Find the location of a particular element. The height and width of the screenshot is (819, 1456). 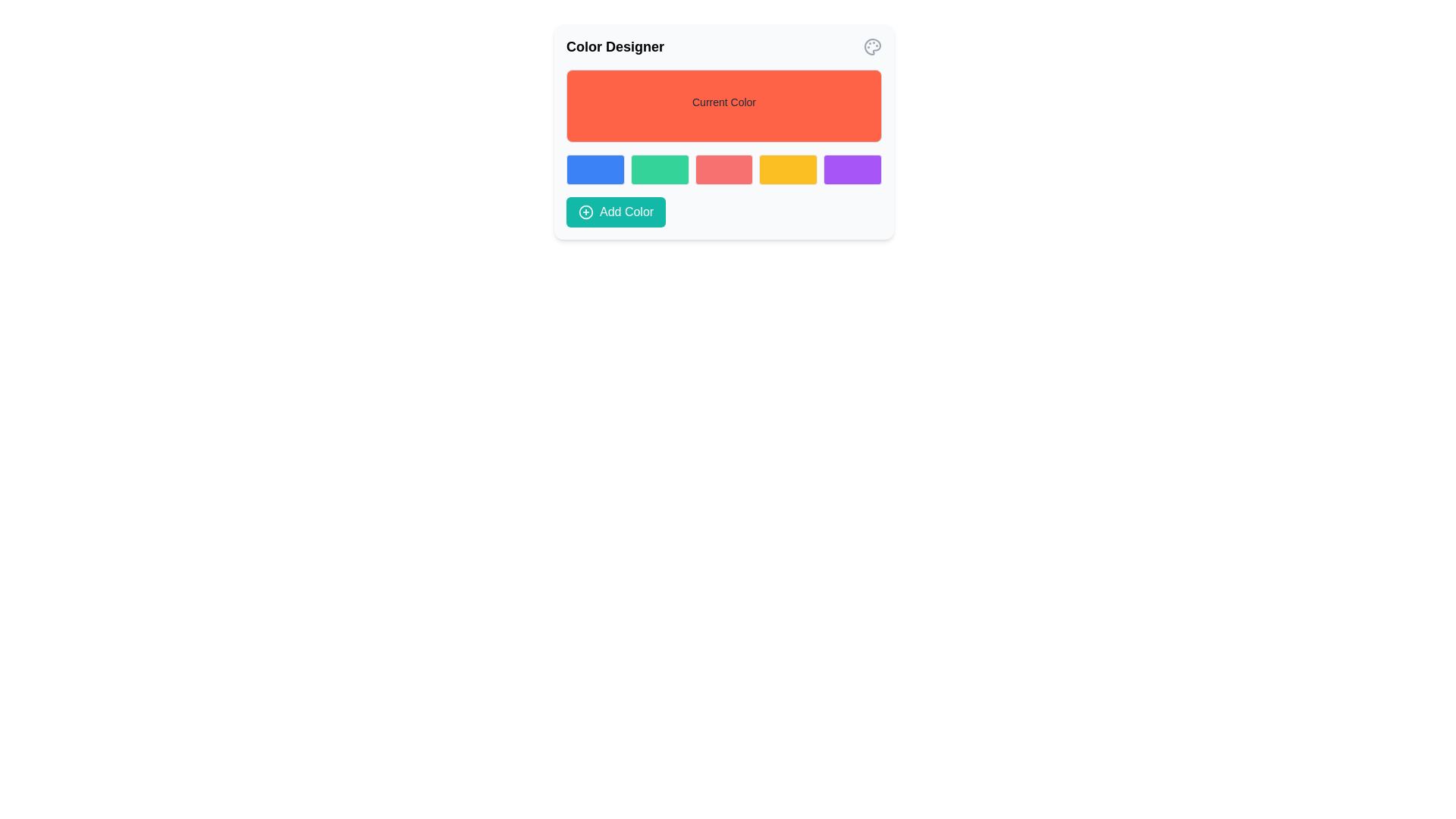

the fourth rectangular button with a vibrant yellow background is located at coordinates (788, 169).